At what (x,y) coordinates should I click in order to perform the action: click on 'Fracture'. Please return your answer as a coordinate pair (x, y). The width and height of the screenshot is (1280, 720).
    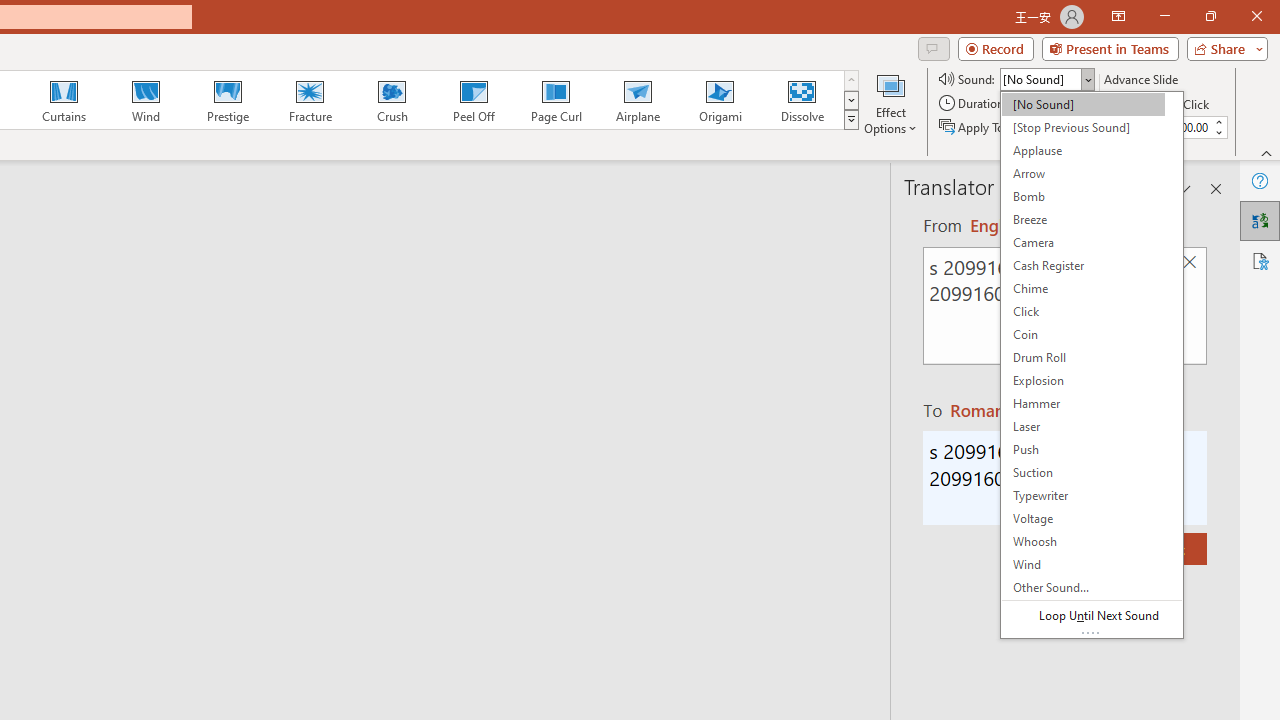
    Looking at the image, I should click on (308, 100).